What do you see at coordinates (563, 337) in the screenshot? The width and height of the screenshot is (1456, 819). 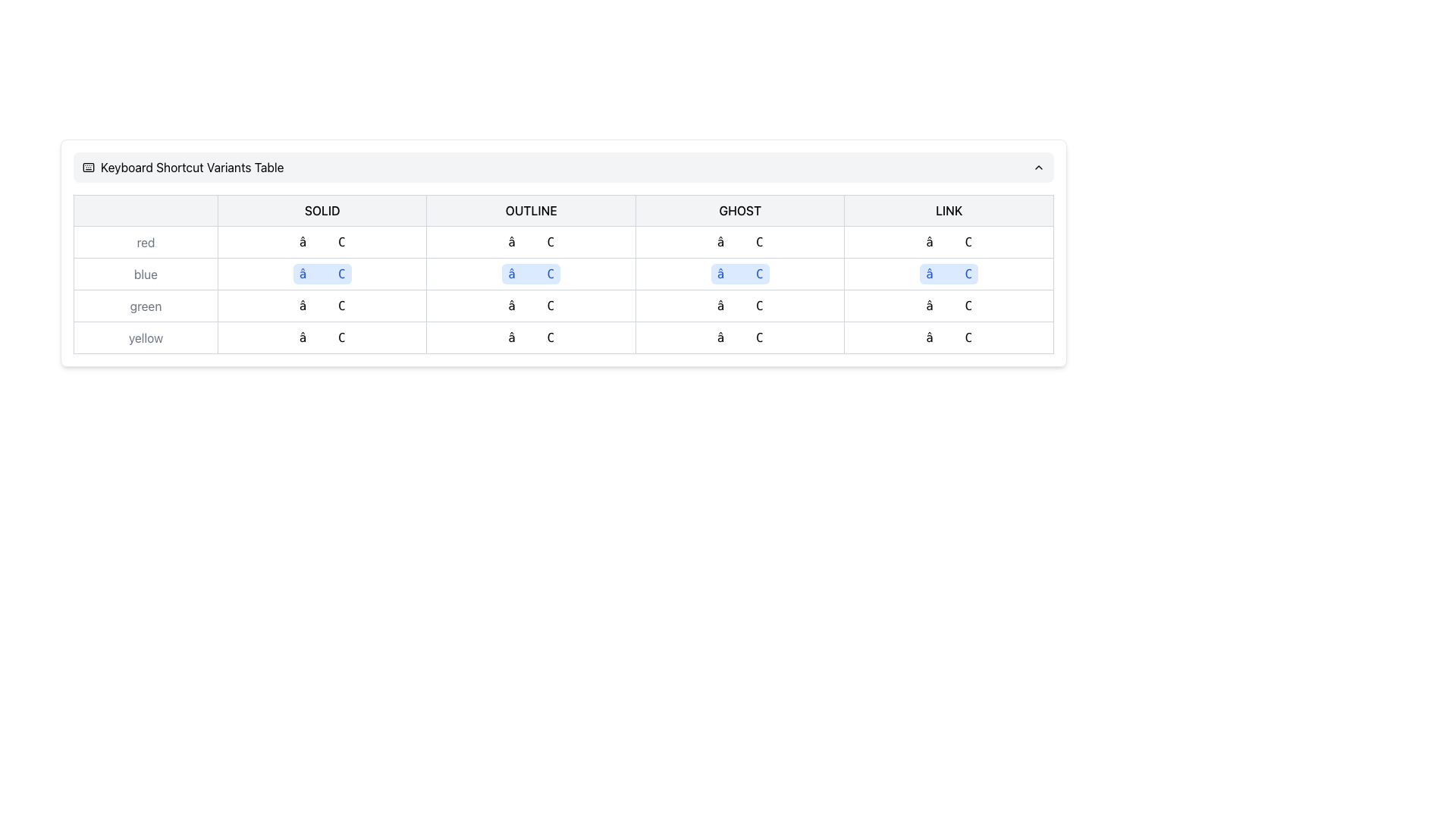 I see `properties of the Table Cell located in the last row under the 'OUTLINE' column, associated with the 'yellow' label` at bounding box center [563, 337].